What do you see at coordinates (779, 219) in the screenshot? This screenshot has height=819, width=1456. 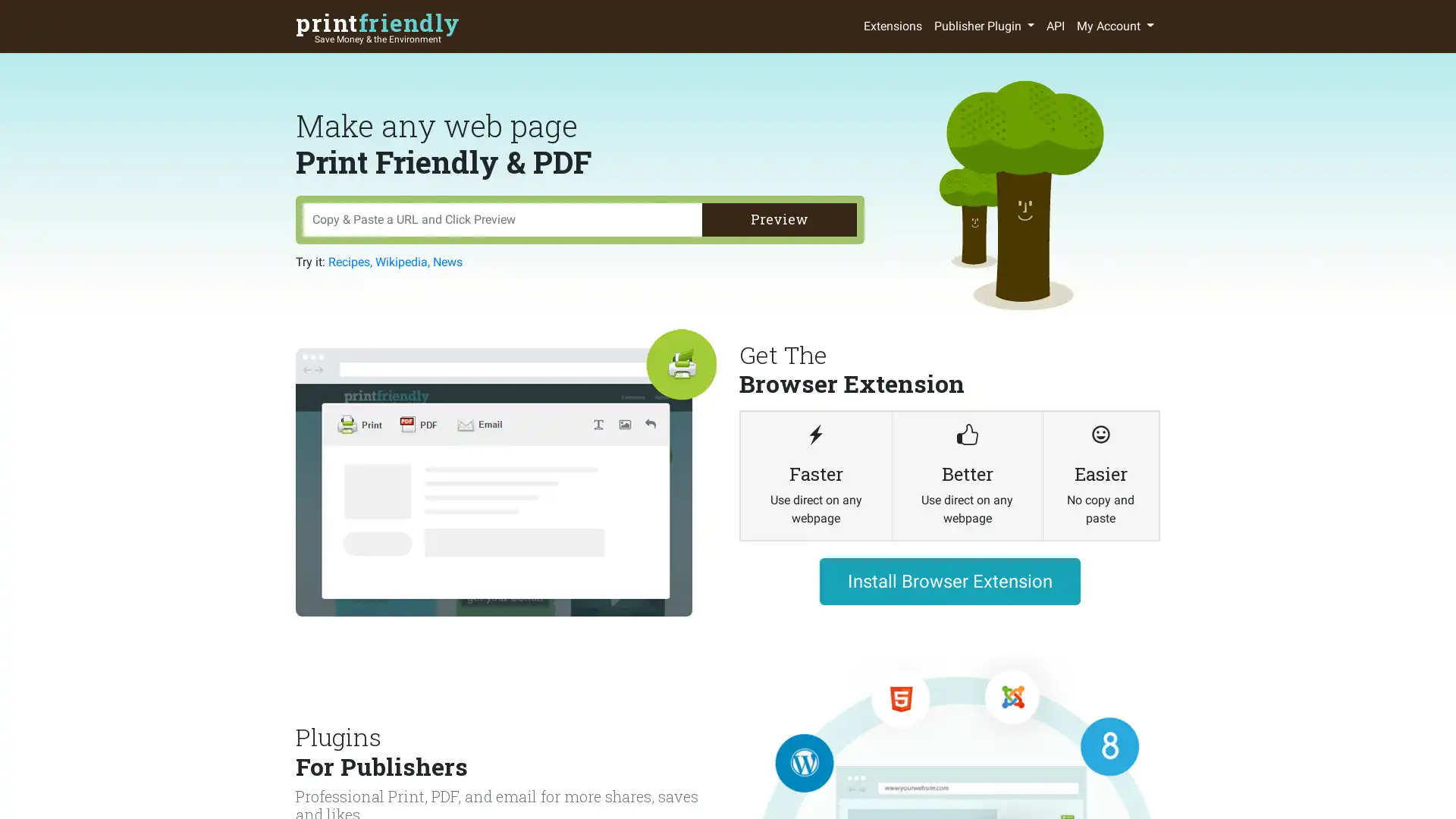 I see `Preview` at bounding box center [779, 219].